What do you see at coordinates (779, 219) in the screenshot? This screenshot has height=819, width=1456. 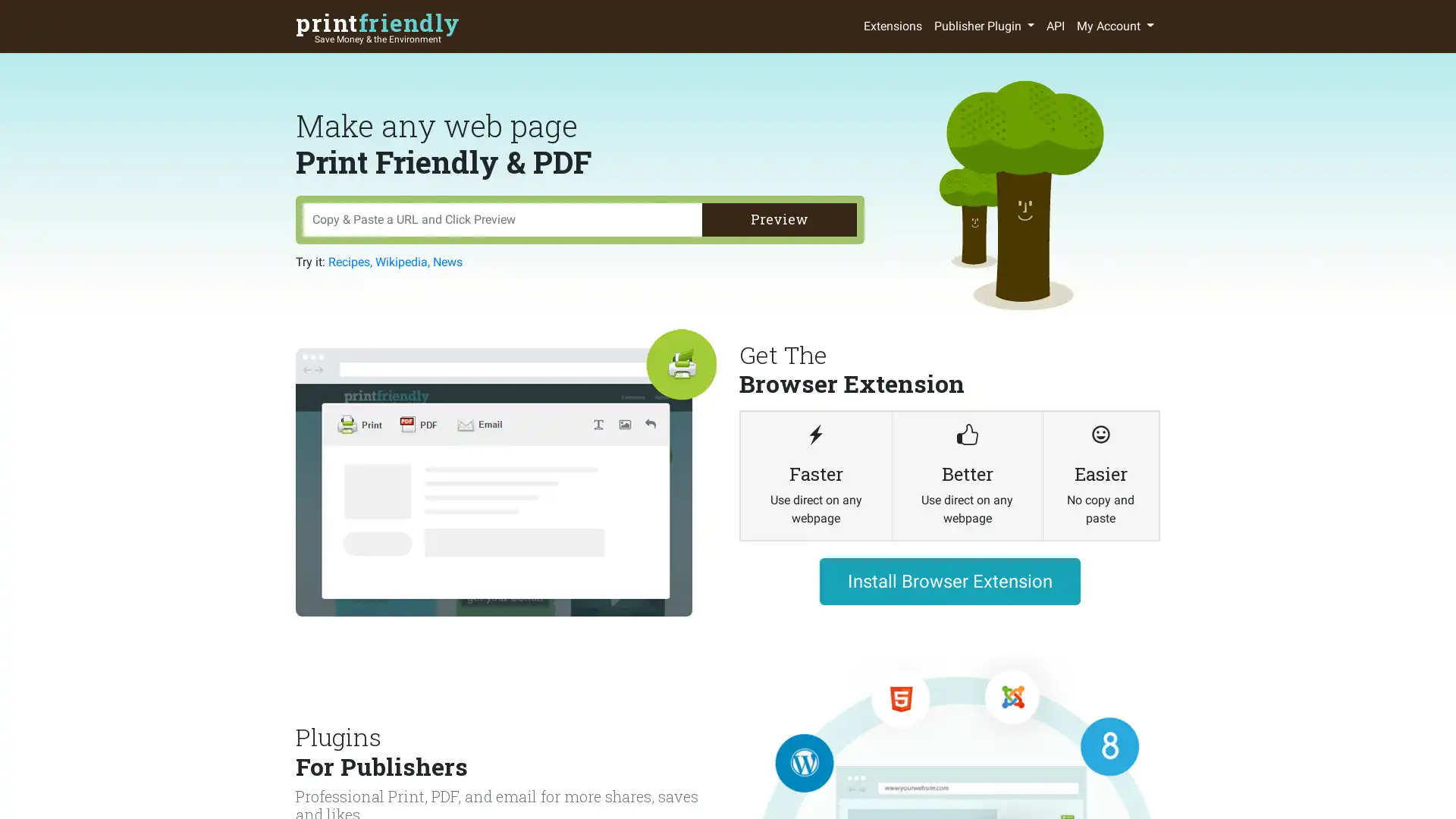 I see `Preview` at bounding box center [779, 219].